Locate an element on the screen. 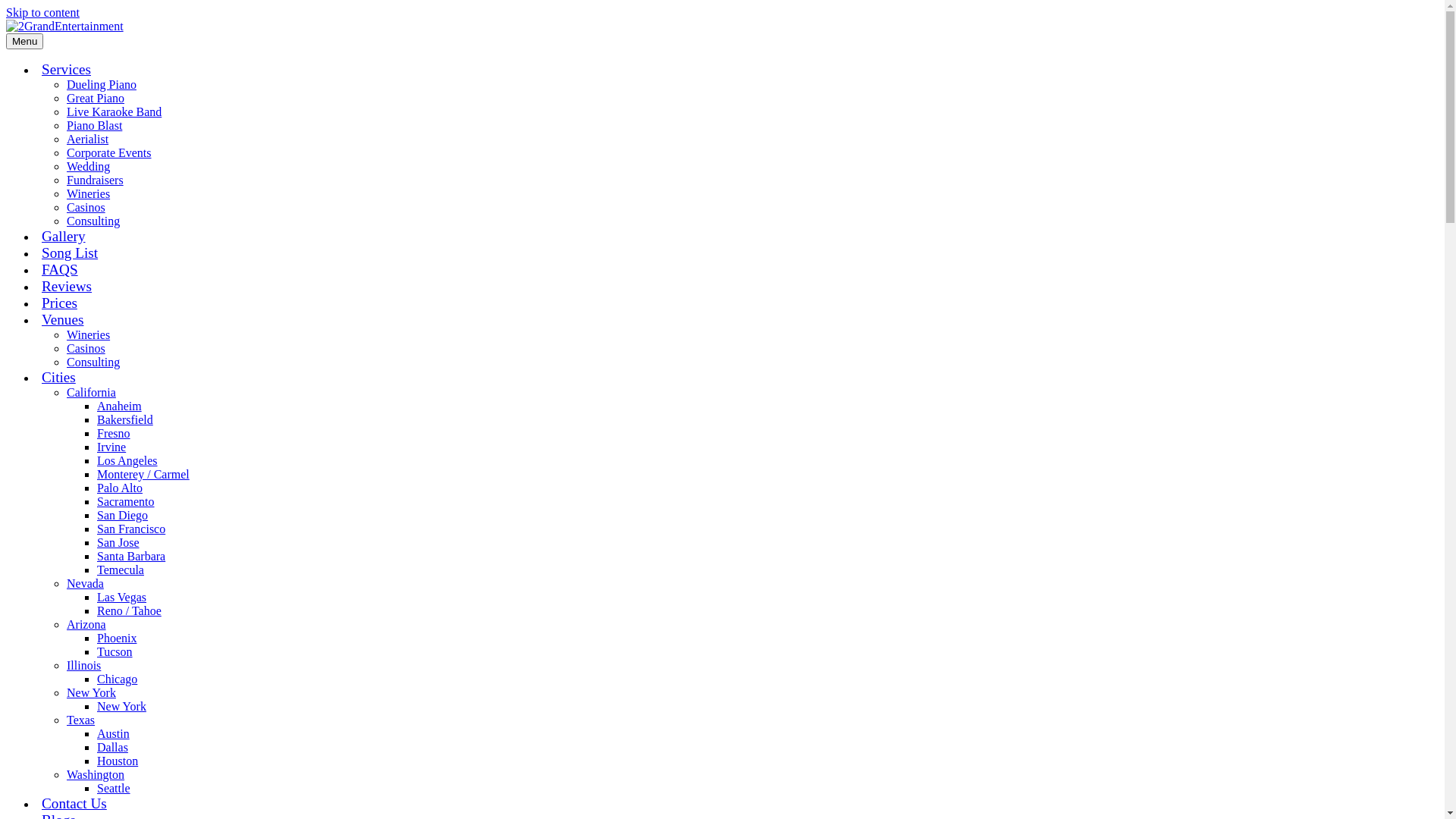  'Great Piano' is located at coordinates (94, 98).